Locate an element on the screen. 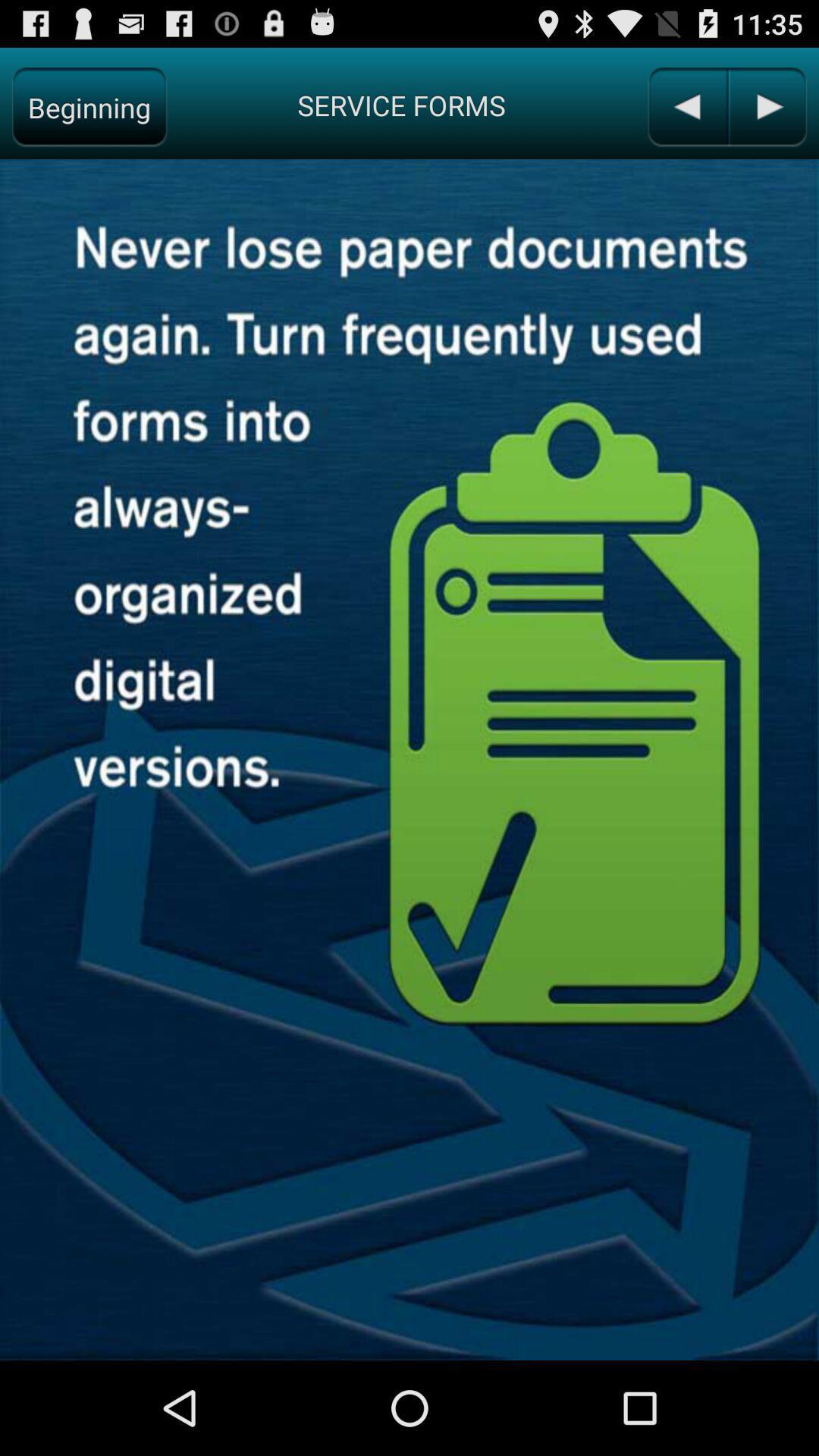 This screenshot has height=1456, width=819. the next is located at coordinates (767, 106).